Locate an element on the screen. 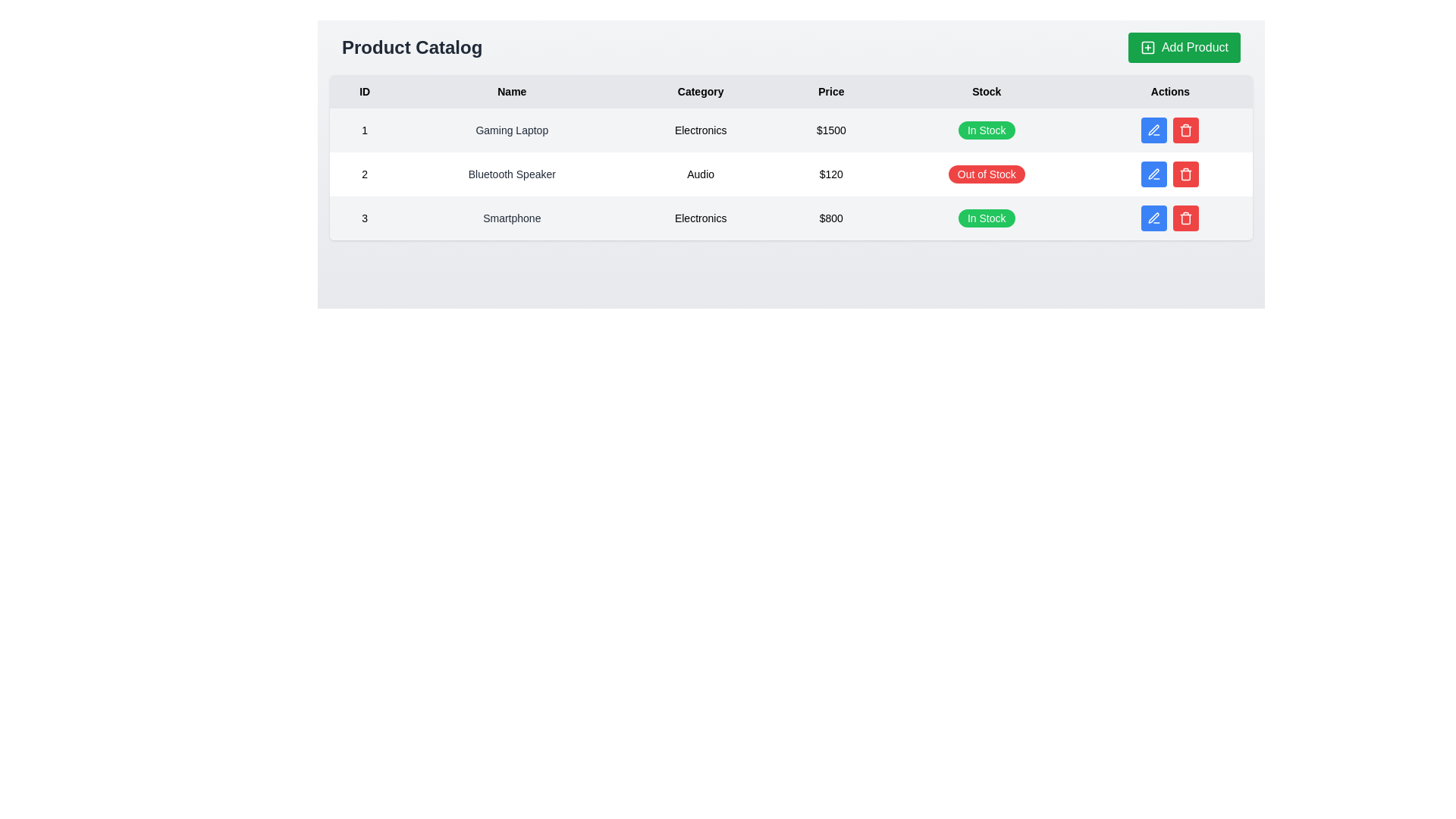 The image size is (1456, 819). the trash icon in the 'Actions' column of the second row of the table associated with the 'Bluetooth Speaker' product is located at coordinates (1185, 174).